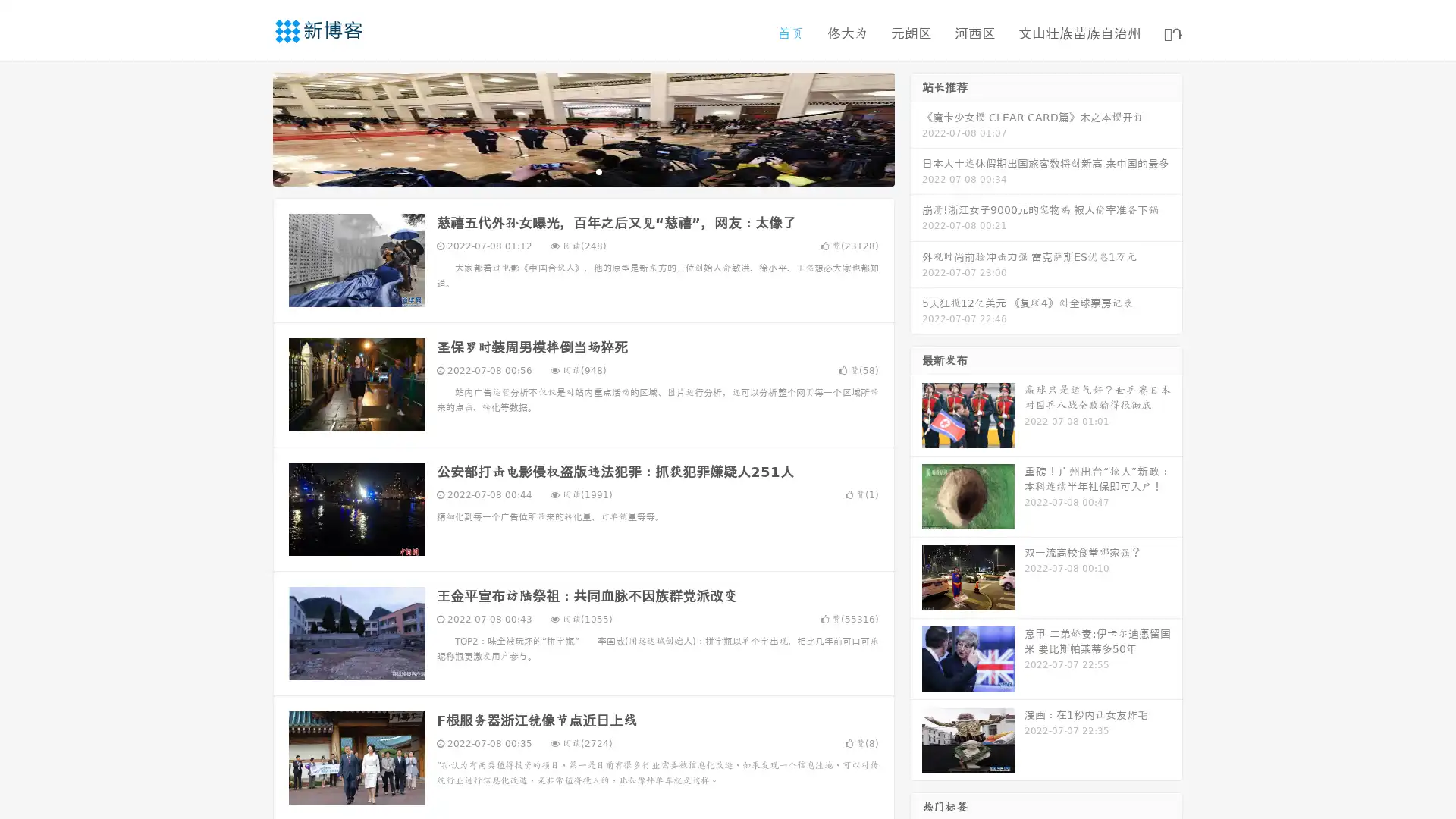 The height and width of the screenshot is (819, 1456). Describe the element at coordinates (916, 127) in the screenshot. I see `Next slide` at that location.